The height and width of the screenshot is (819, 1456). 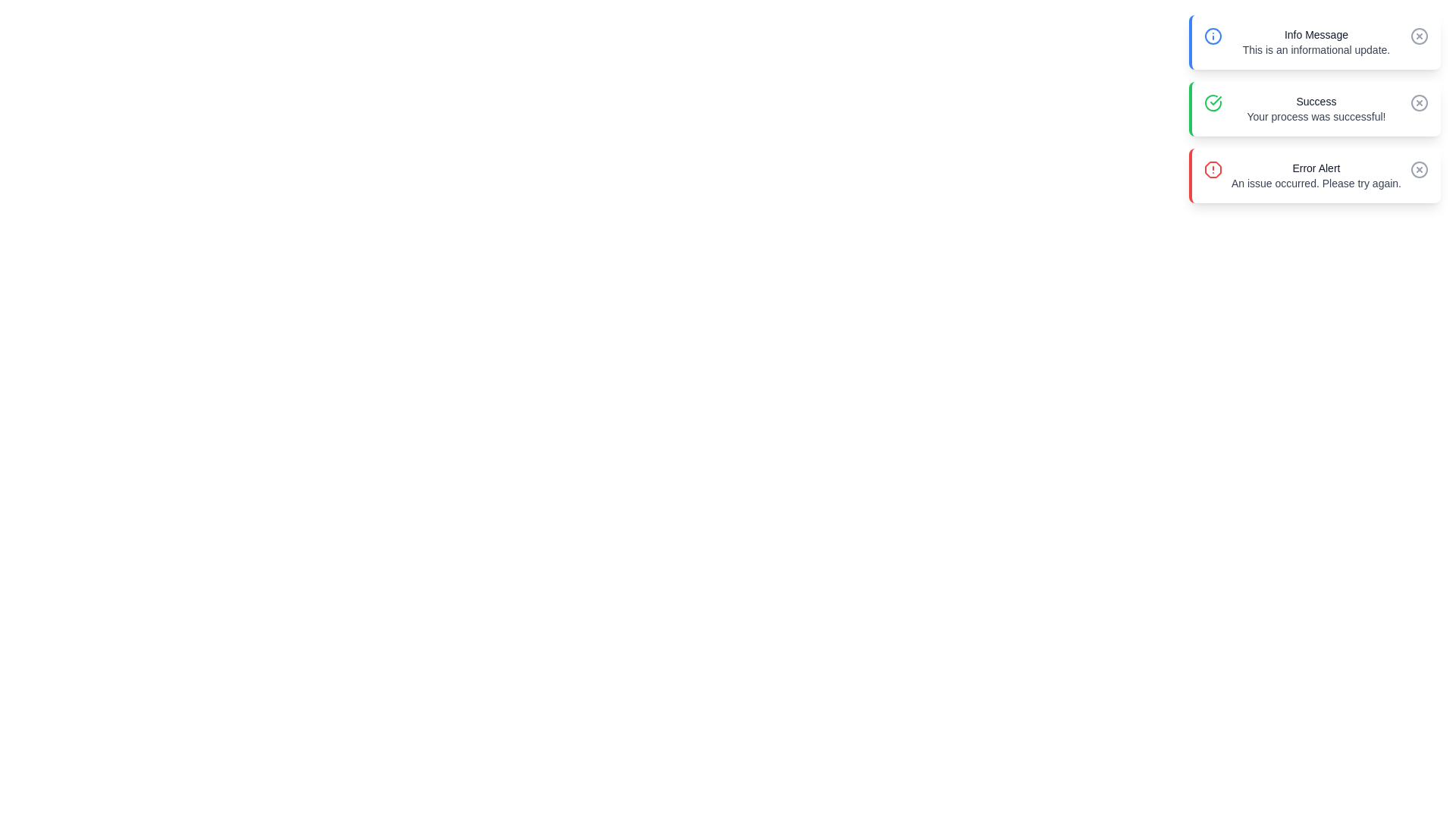 I want to click on the Text label that indicates the successful state of an operation, located at the top section of the green-bordered notification card in the middle of the three stacked cards on the right side of the interface, so click(x=1315, y=102).